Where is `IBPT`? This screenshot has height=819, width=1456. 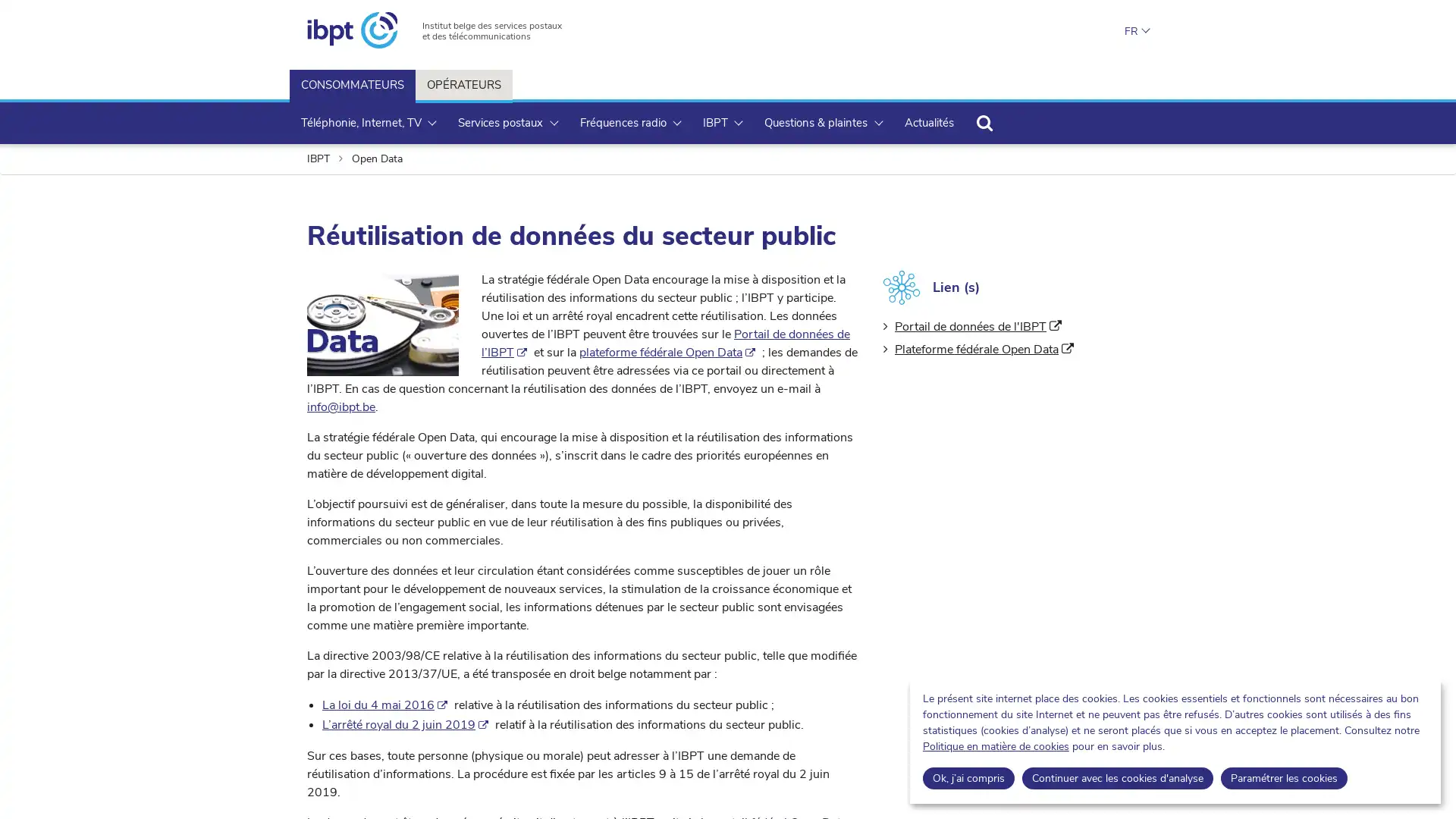
IBPT is located at coordinates (721, 122).